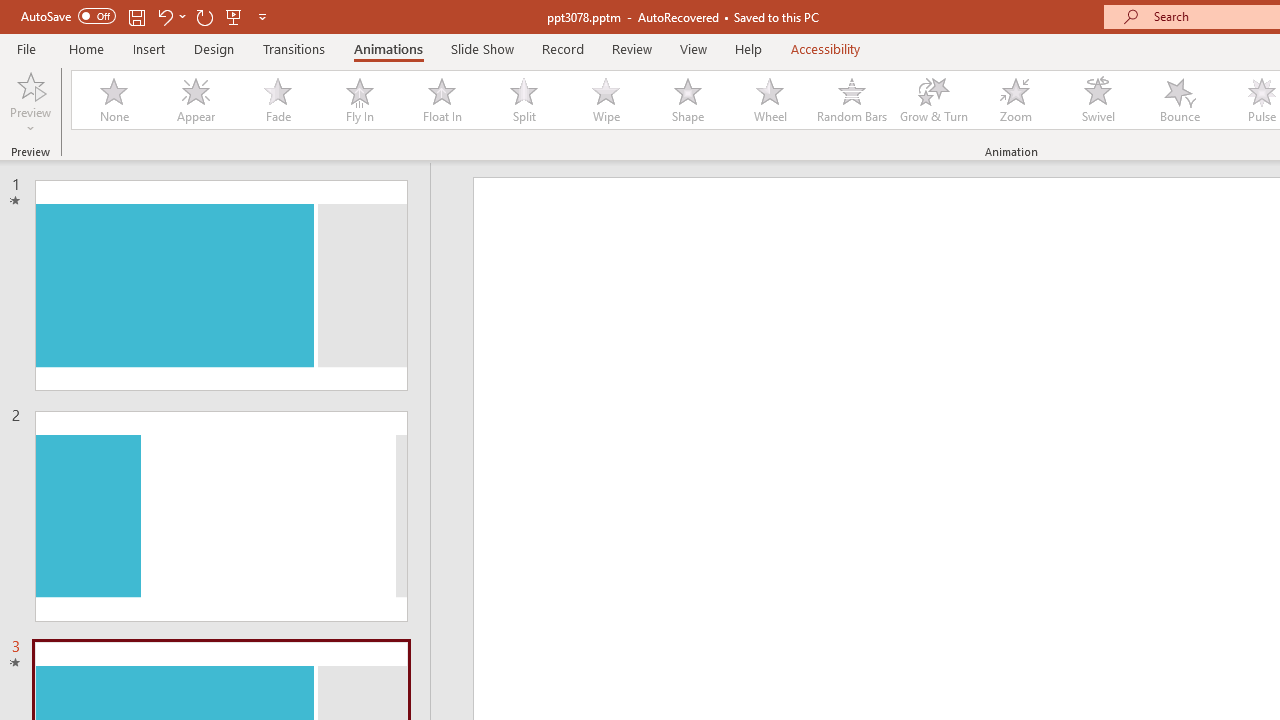 The height and width of the screenshot is (720, 1280). What do you see at coordinates (112, 100) in the screenshot?
I see `'None'` at bounding box center [112, 100].